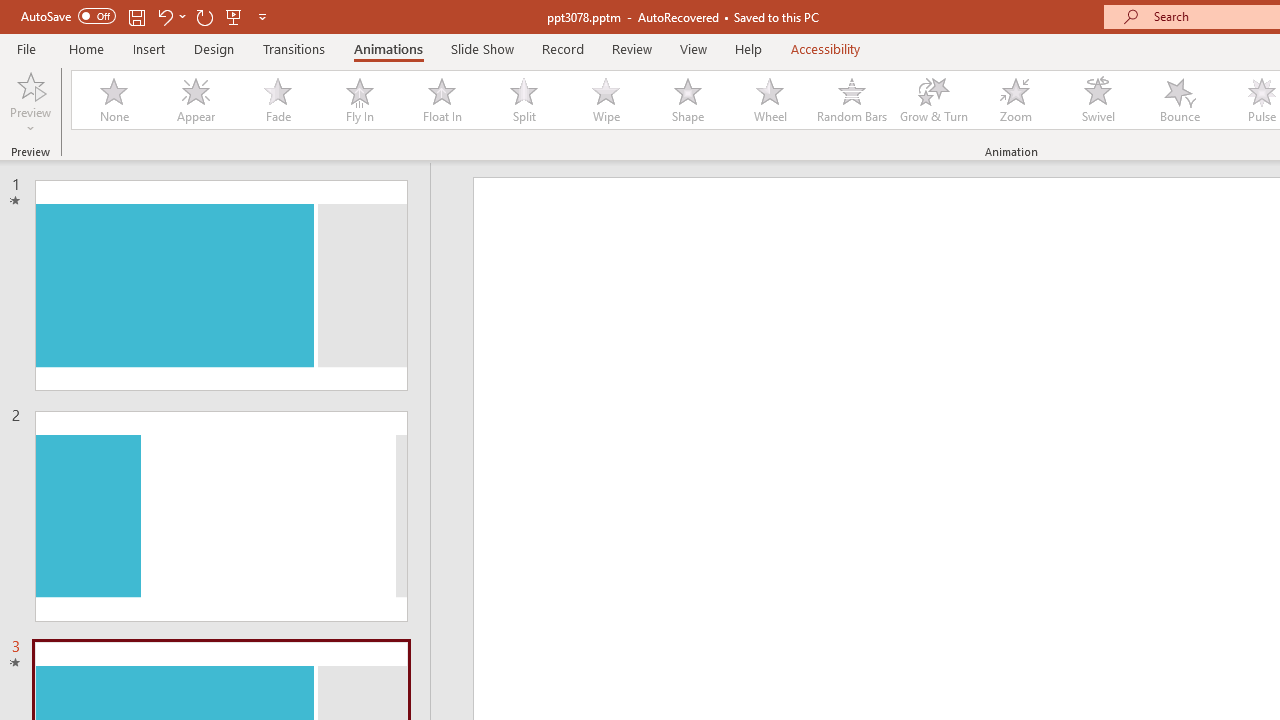 The height and width of the screenshot is (720, 1280). What do you see at coordinates (112, 100) in the screenshot?
I see `'None'` at bounding box center [112, 100].